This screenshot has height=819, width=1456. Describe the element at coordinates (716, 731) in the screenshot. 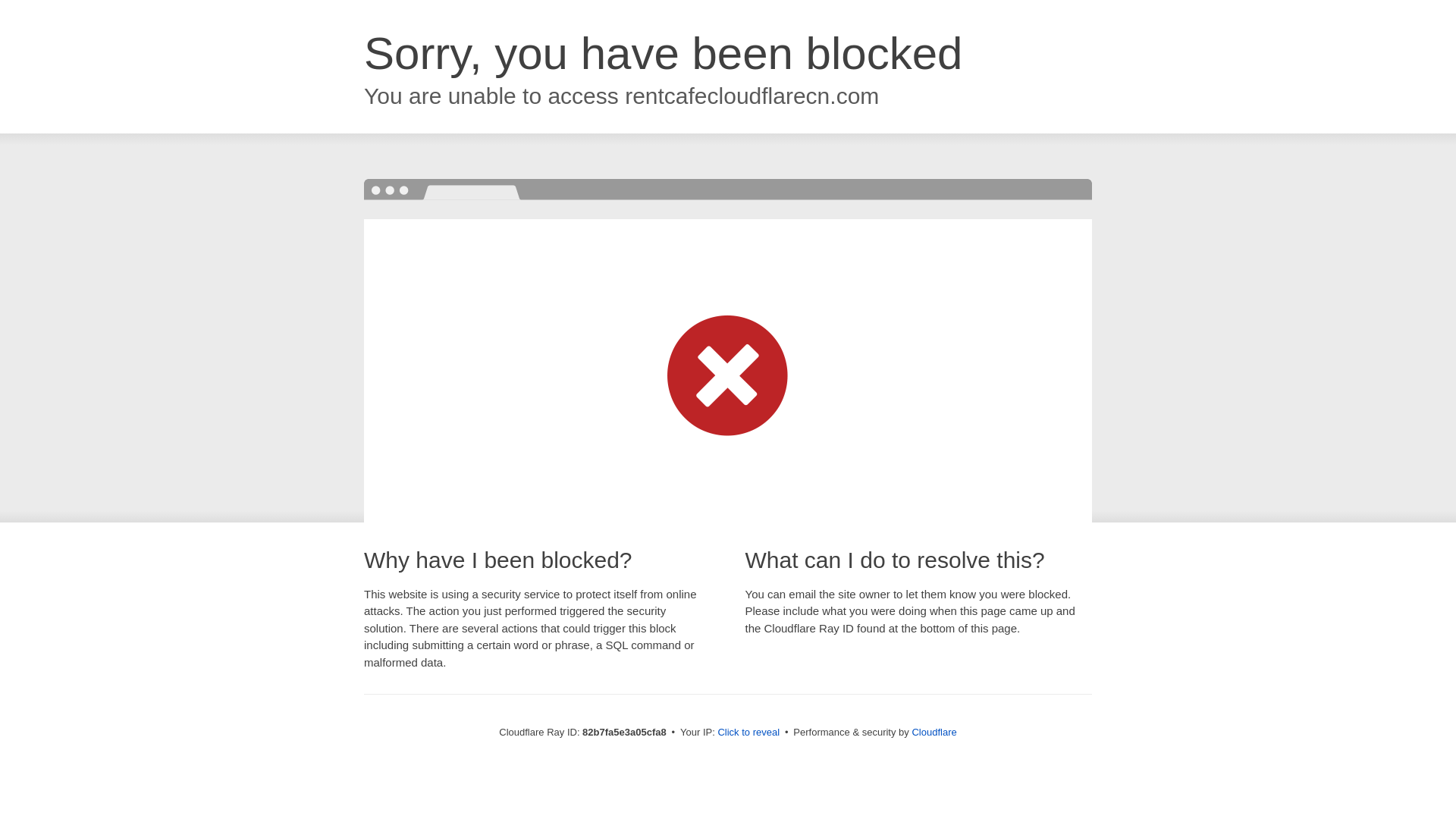

I see `'Click to reveal'` at that location.